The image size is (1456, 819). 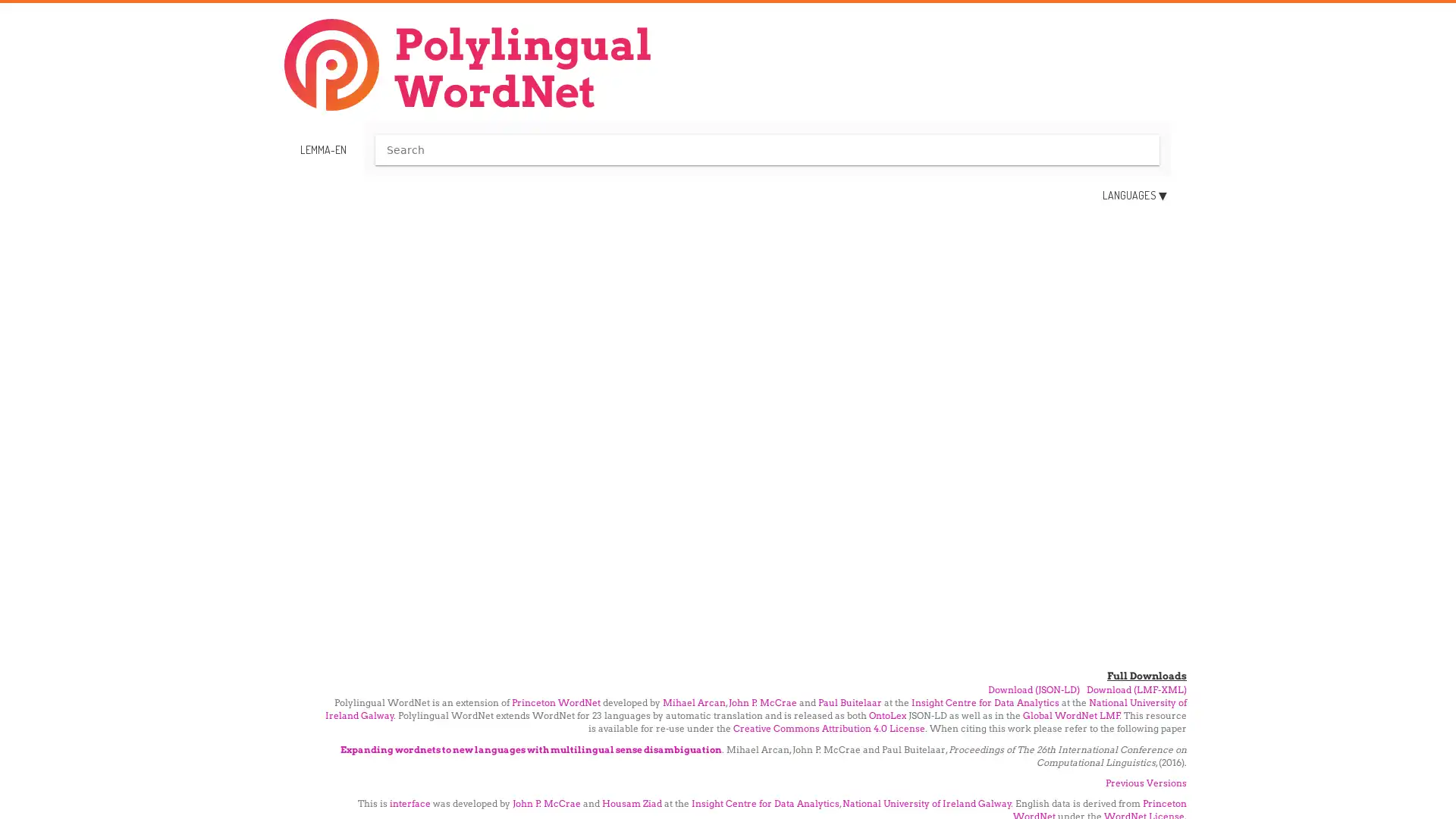 What do you see at coordinates (1055, 350) in the screenshot?
I see `SELECT ALL` at bounding box center [1055, 350].